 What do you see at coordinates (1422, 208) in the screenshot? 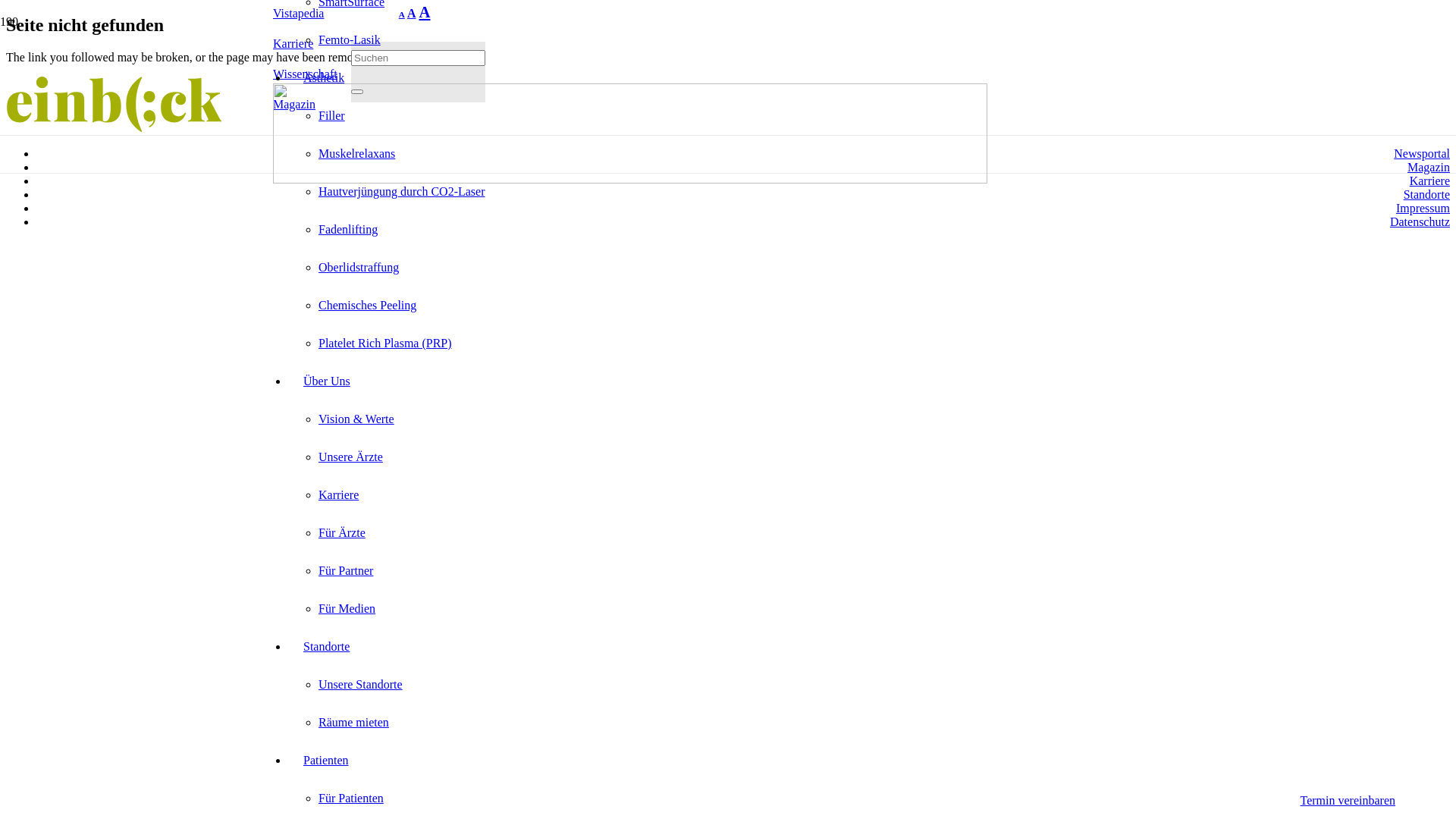
I see `'Impressum'` at bounding box center [1422, 208].